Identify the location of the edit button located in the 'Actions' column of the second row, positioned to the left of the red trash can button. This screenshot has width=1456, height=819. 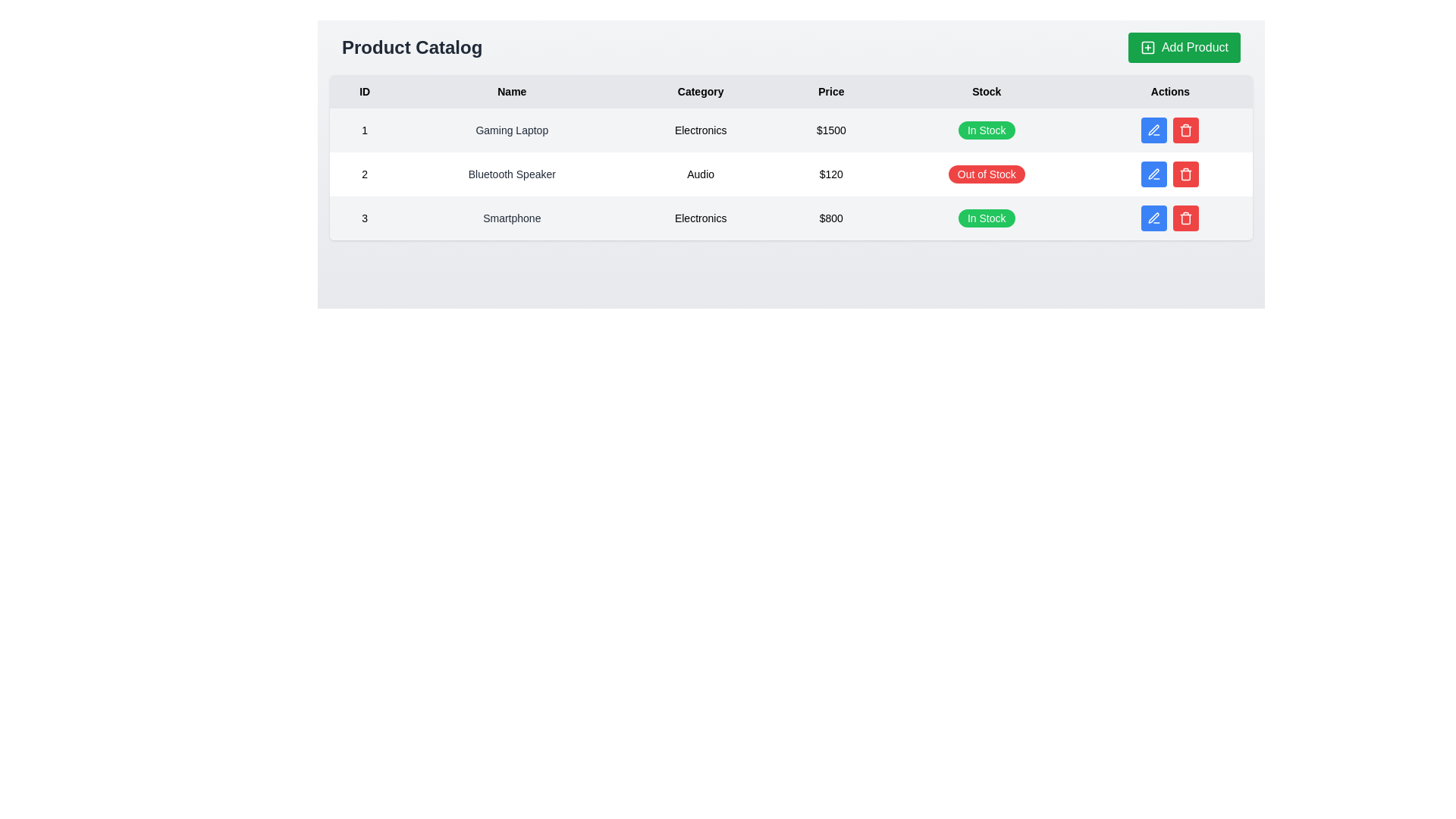
(1153, 174).